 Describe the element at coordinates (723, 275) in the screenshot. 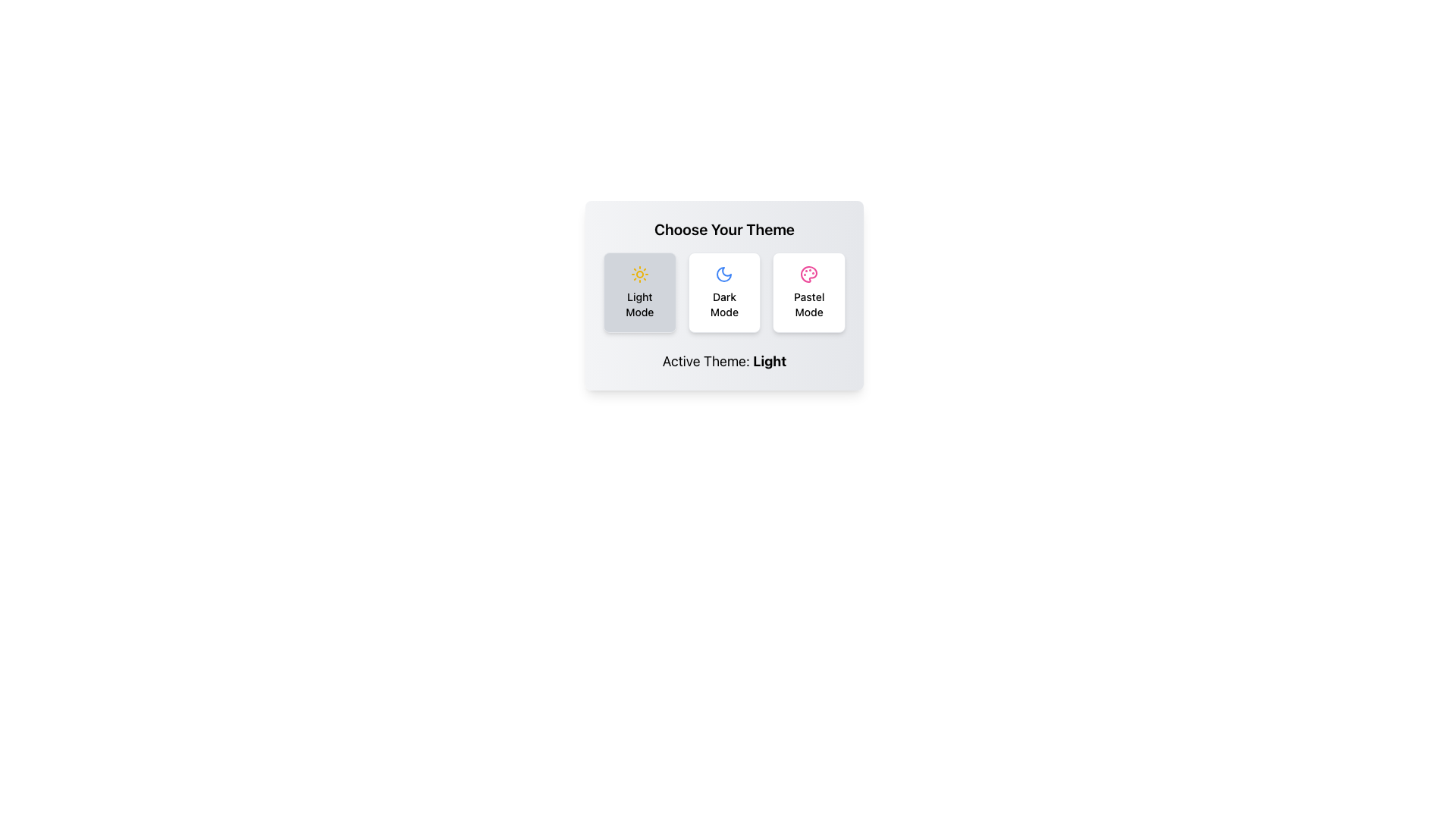

I see `the Dark Mode icon, which is centrally located between the sun and palette icons in the theme selection options` at that location.